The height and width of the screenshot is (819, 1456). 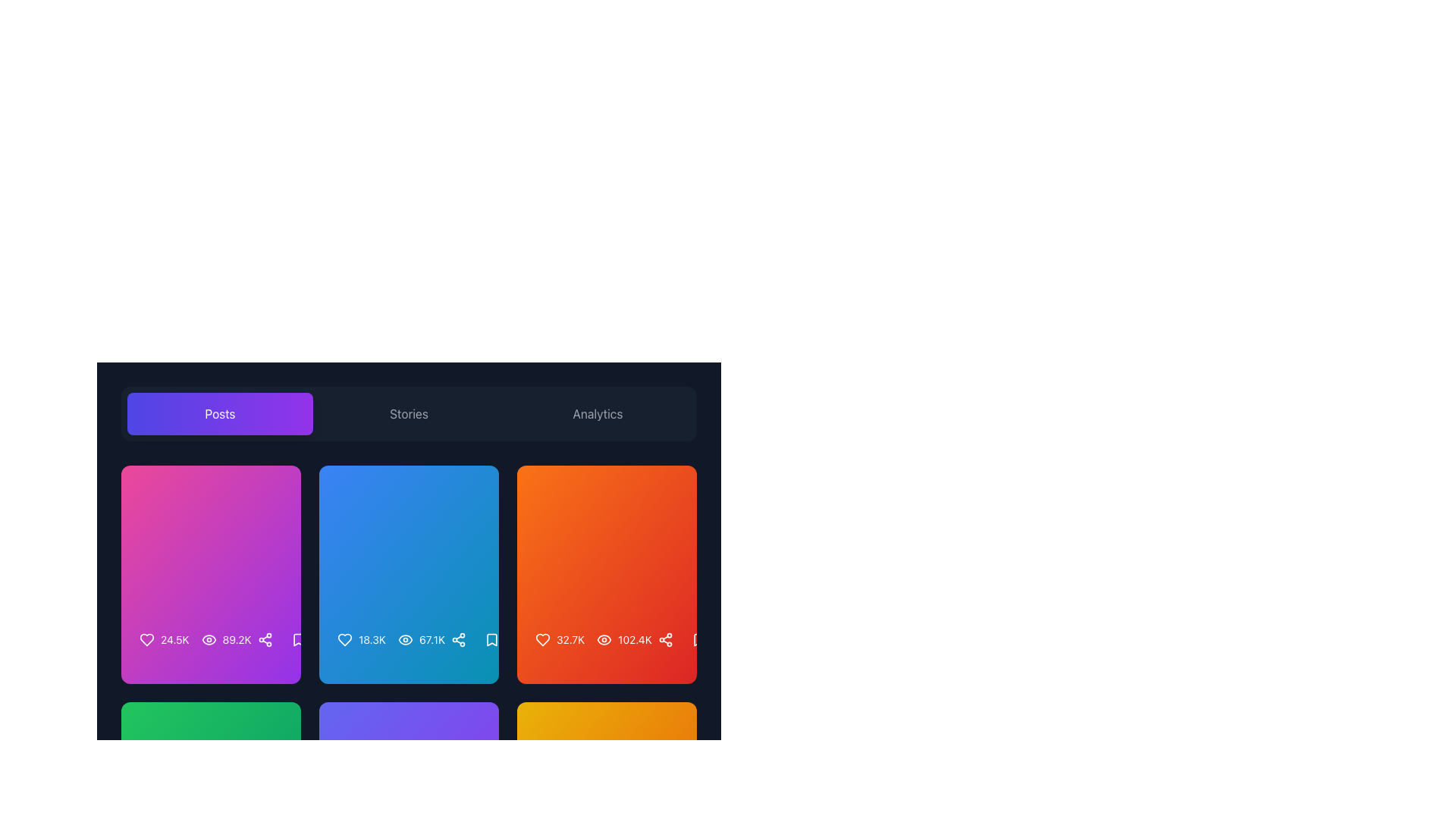 What do you see at coordinates (372, 640) in the screenshot?
I see `the static label displaying the numeric information '18.3K', which is located immediately to the right of the heart icon` at bounding box center [372, 640].